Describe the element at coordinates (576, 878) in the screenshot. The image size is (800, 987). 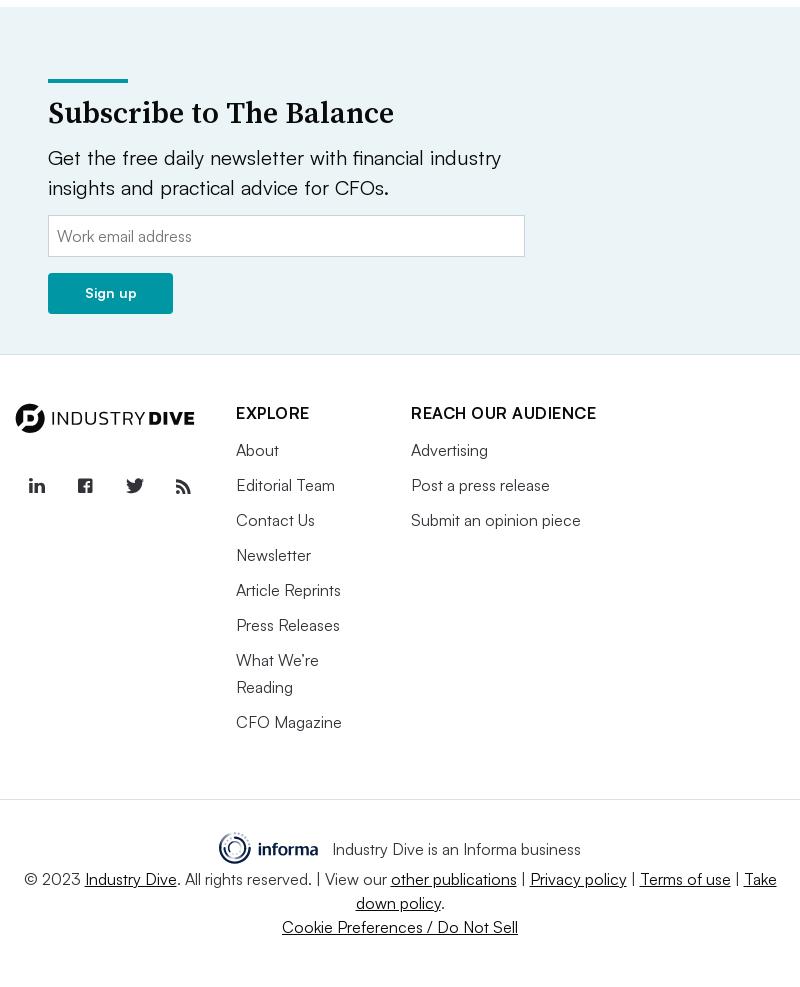
I see `'Privacy policy'` at that location.